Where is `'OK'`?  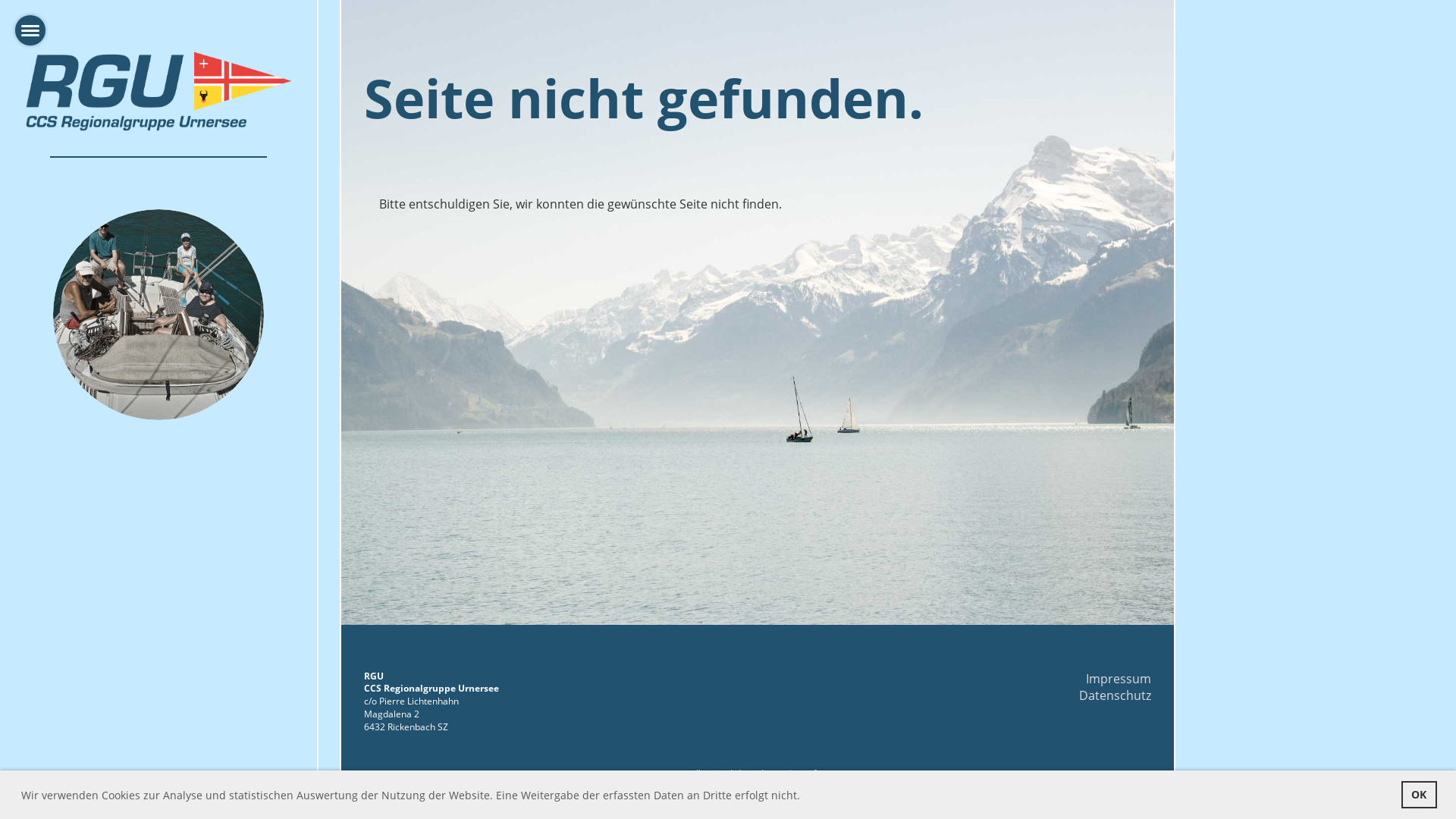 'OK' is located at coordinates (1418, 794).